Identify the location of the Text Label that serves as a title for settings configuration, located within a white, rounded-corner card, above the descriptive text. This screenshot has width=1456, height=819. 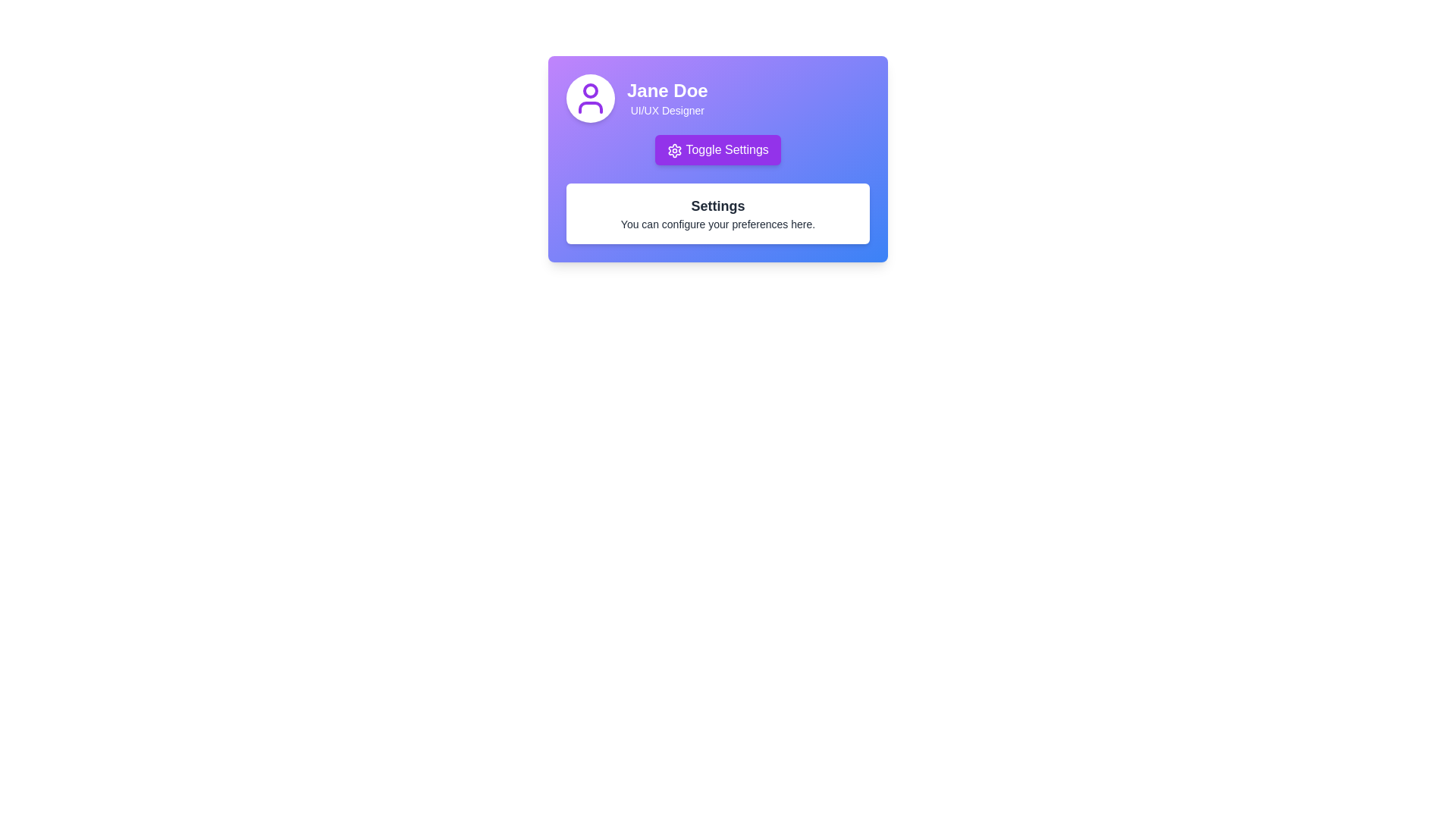
(717, 206).